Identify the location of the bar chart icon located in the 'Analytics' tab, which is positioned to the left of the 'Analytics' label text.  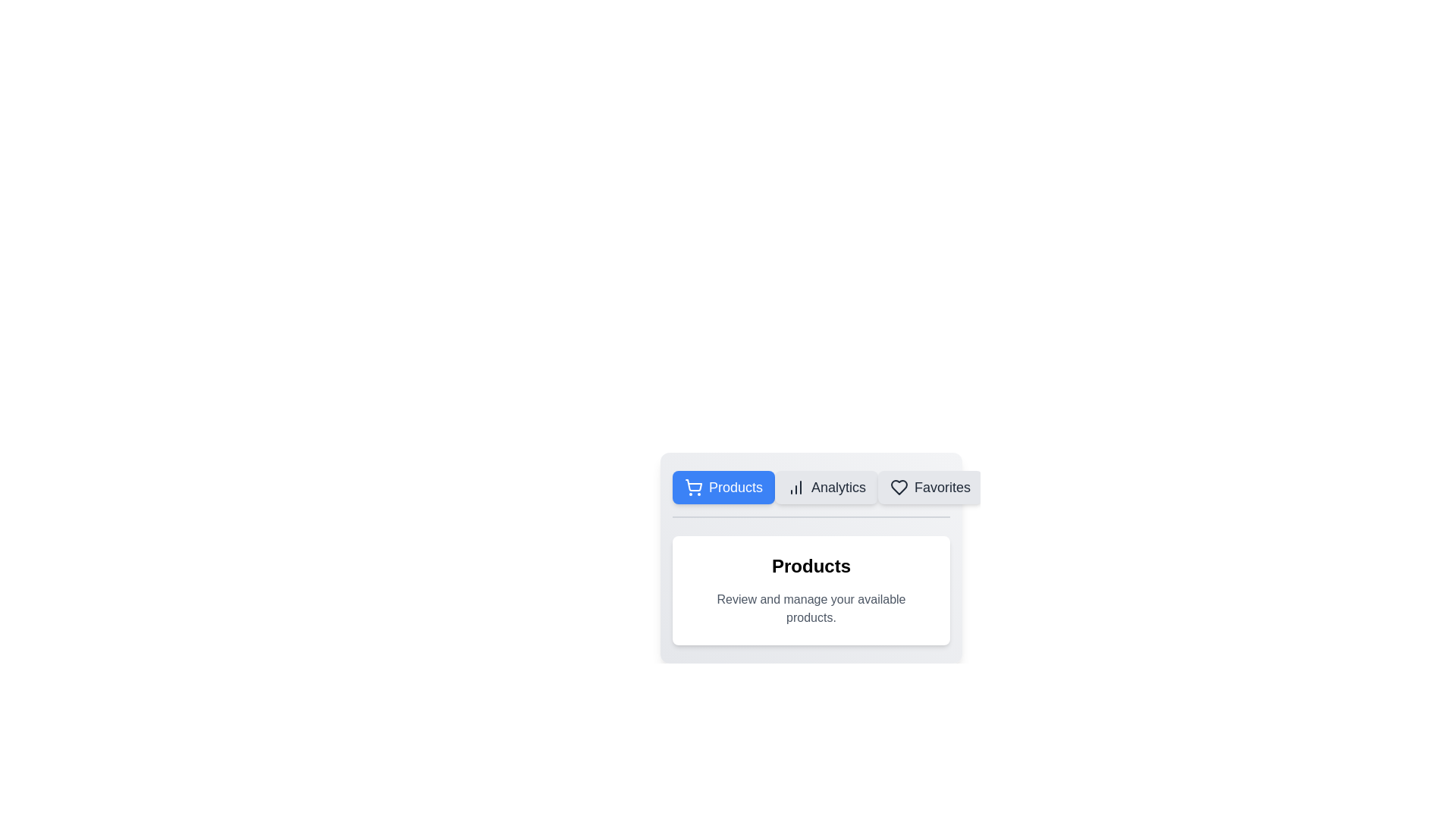
(795, 488).